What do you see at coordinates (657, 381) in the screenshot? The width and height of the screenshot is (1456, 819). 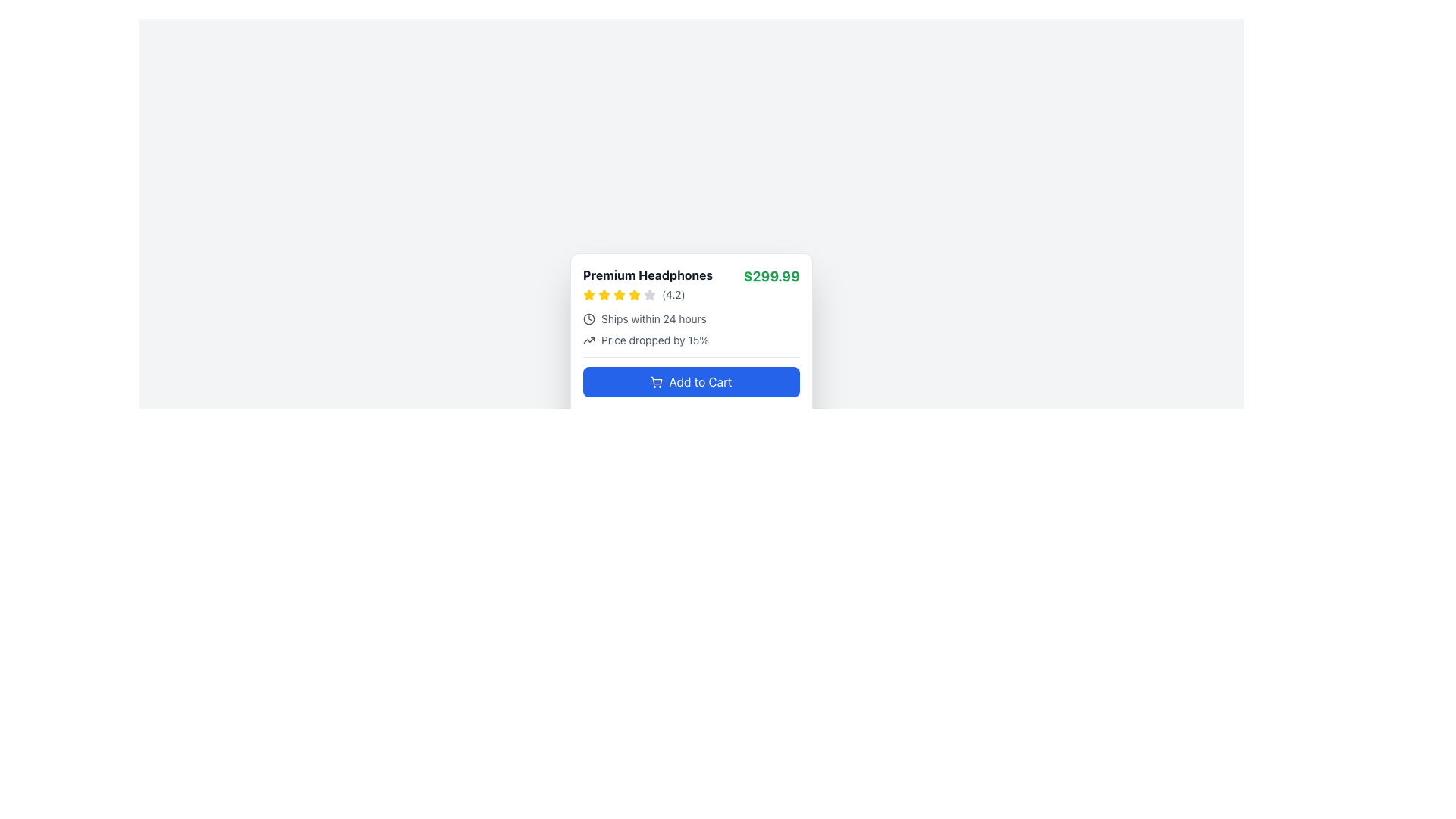 I see `the shopping cart icon with a white outline on a blue background` at bounding box center [657, 381].